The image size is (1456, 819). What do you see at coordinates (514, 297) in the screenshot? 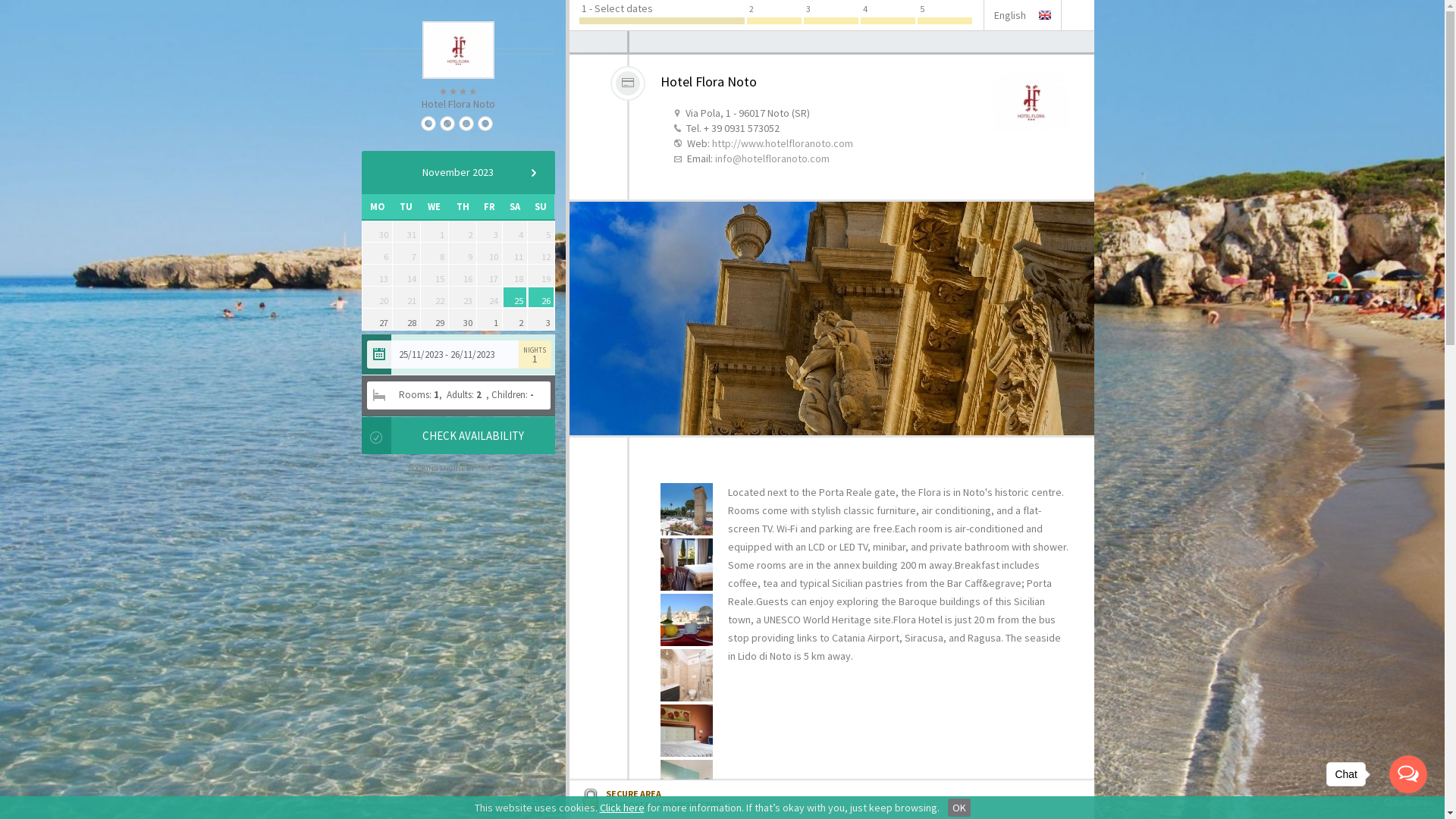
I see `'25'` at bounding box center [514, 297].